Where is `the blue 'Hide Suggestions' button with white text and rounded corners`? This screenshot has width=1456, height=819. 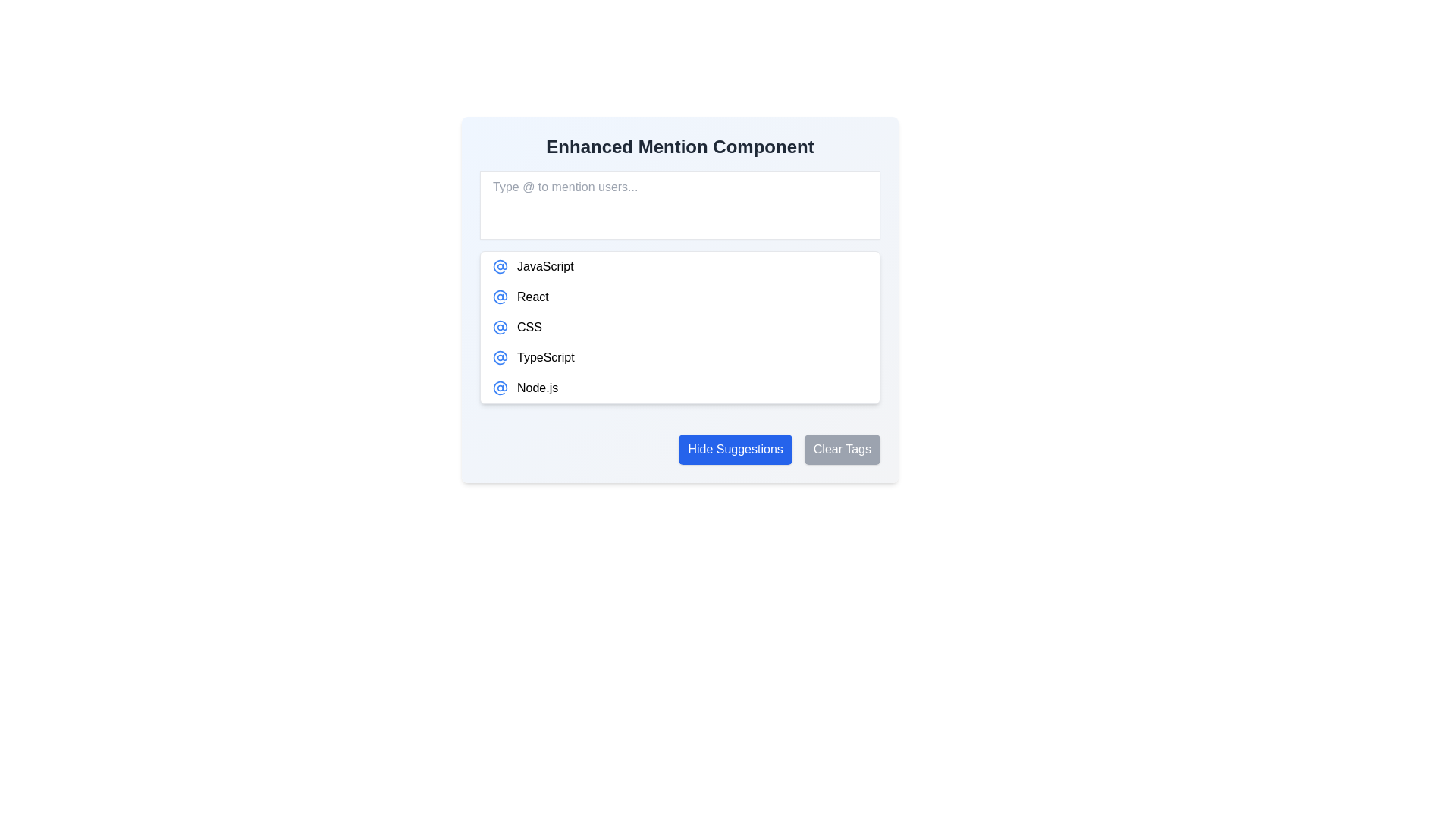
the blue 'Hide Suggestions' button with white text and rounded corners is located at coordinates (736, 449).